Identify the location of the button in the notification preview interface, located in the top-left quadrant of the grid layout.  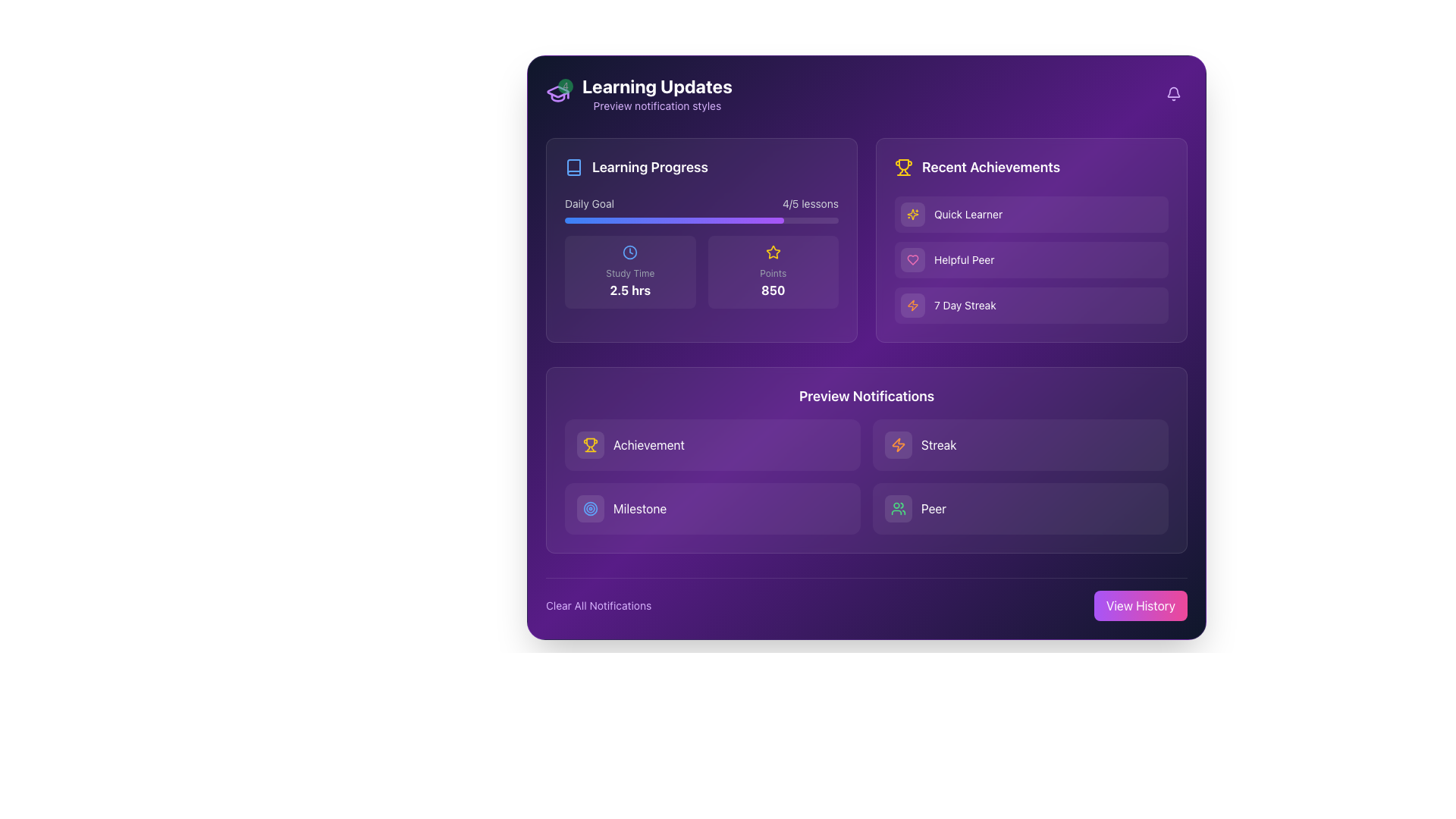
(712, 444).